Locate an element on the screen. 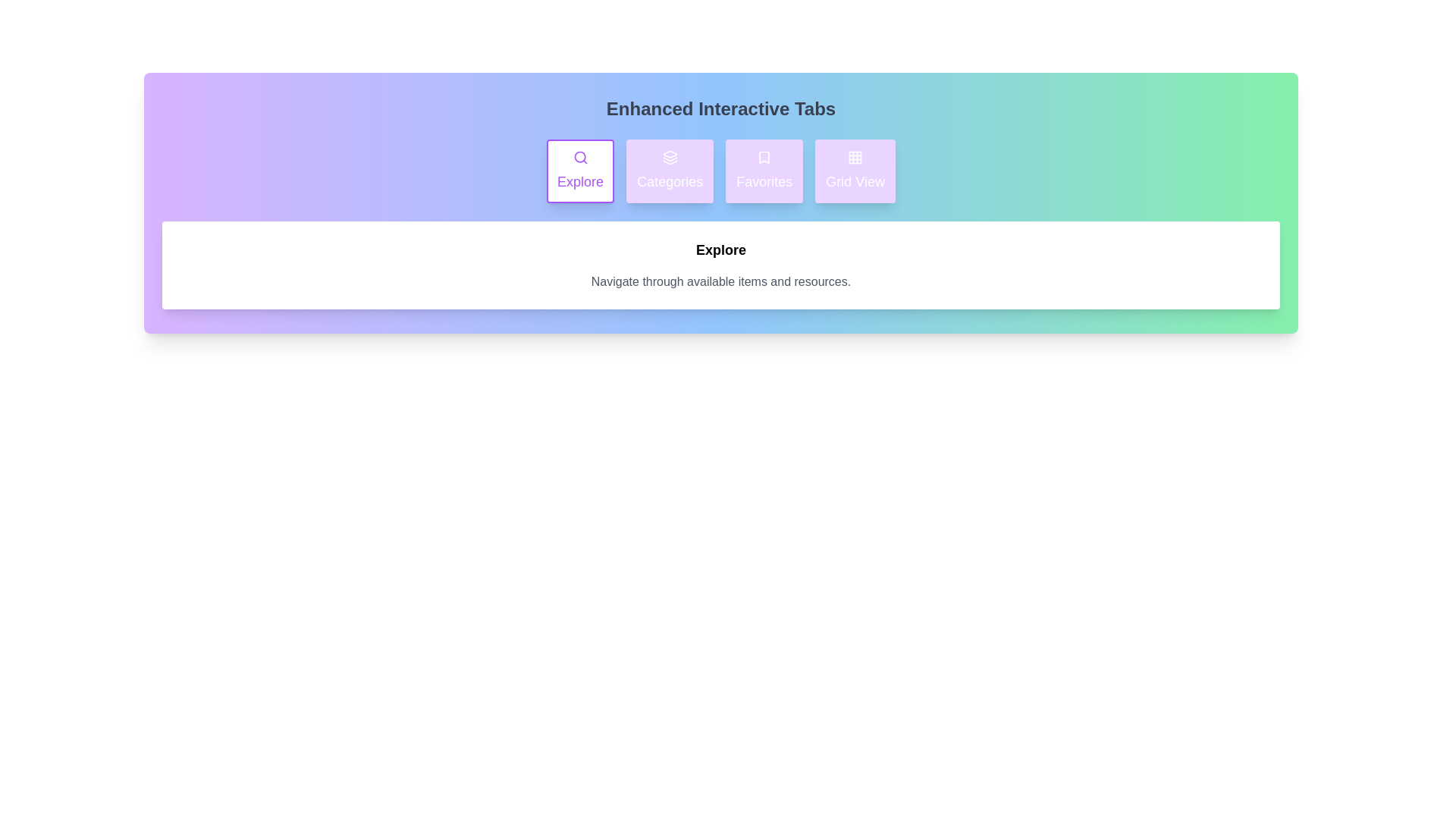  the tab labeled Grid View to observe the hover effect is located at coordinates (855, 171).